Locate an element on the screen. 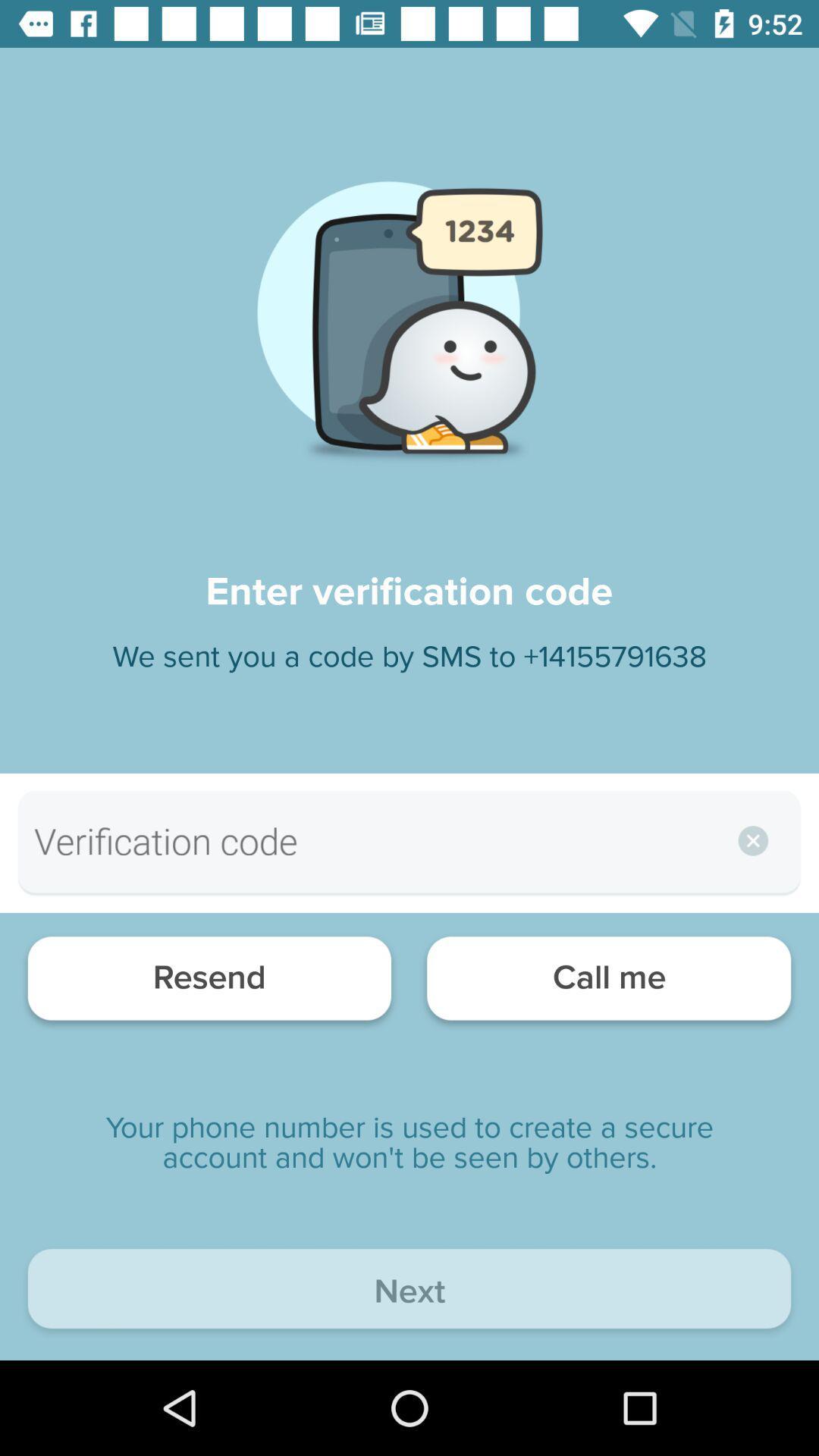 This screenshot has width=819, height=1456. the item above the your phone number icon is located at coordinates (209, 982).